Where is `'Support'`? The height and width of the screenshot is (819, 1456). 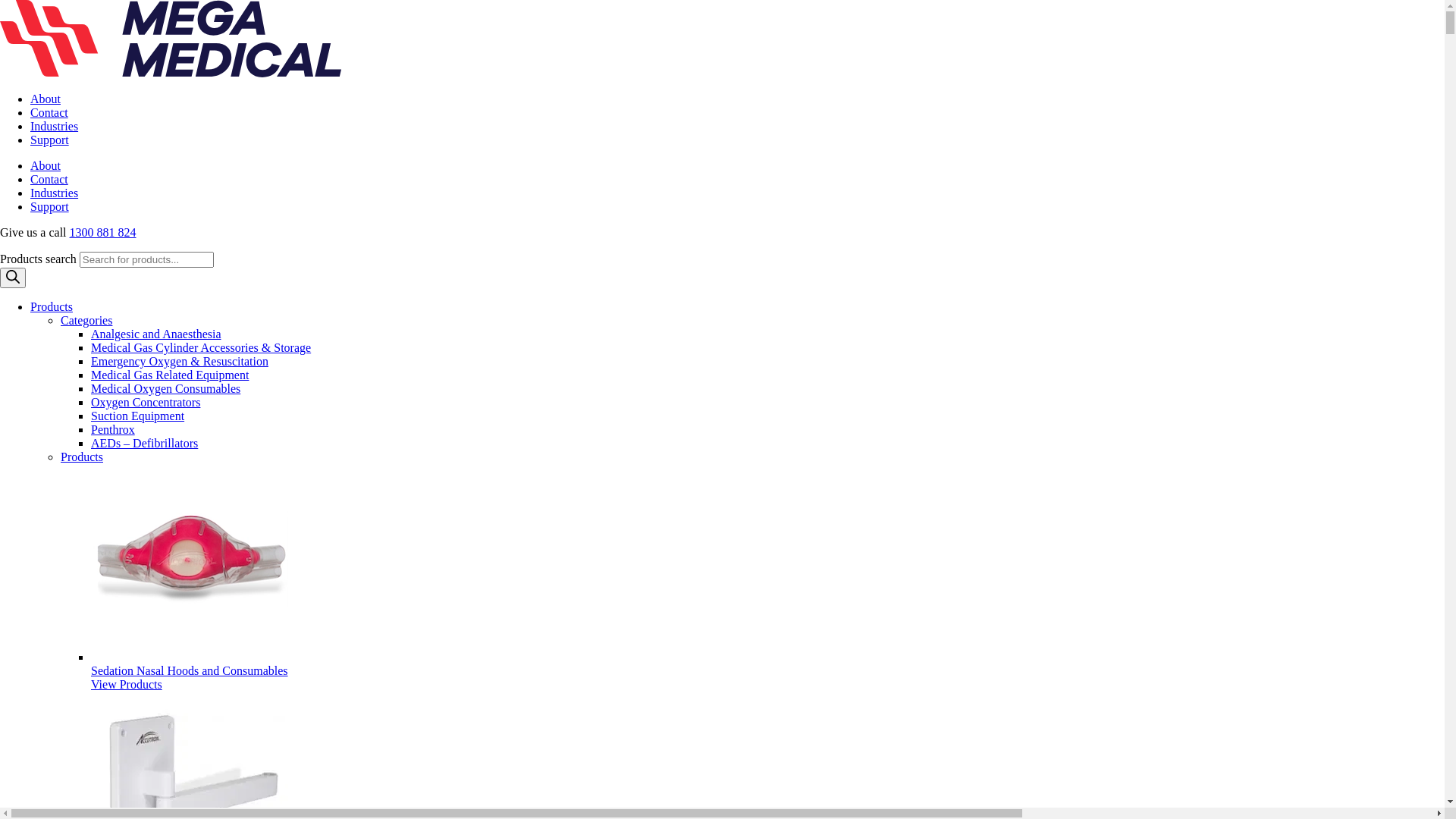 'Support' is located at coordinates (49, 140).